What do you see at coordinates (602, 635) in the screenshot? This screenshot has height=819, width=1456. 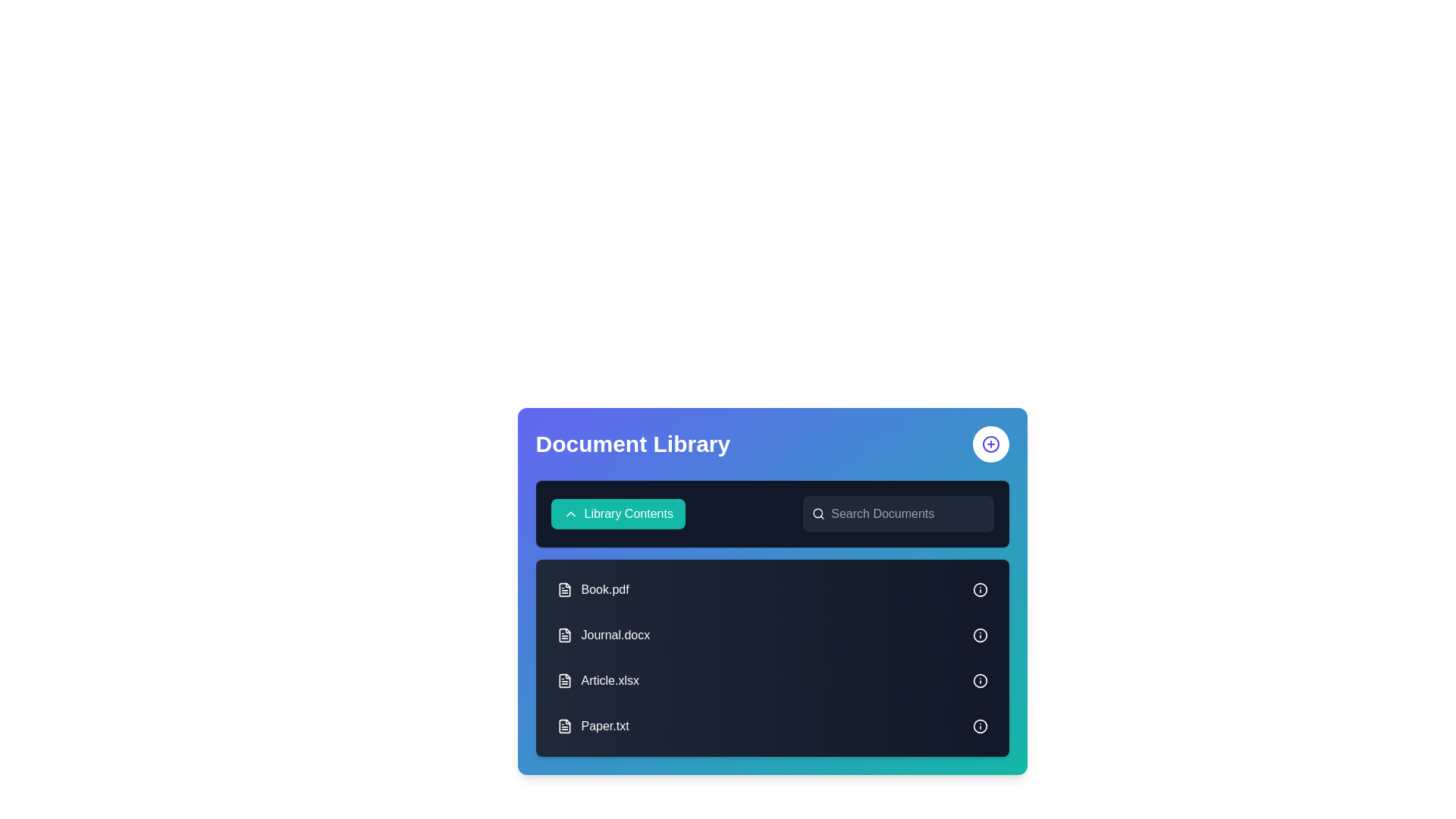 I see `to select the file labeled 'Journal.docx' which is the second entry in the vertical list of files, positioned between 'Book.pdf' and 'Article.xlsx'` at bounding box center [602, 635].